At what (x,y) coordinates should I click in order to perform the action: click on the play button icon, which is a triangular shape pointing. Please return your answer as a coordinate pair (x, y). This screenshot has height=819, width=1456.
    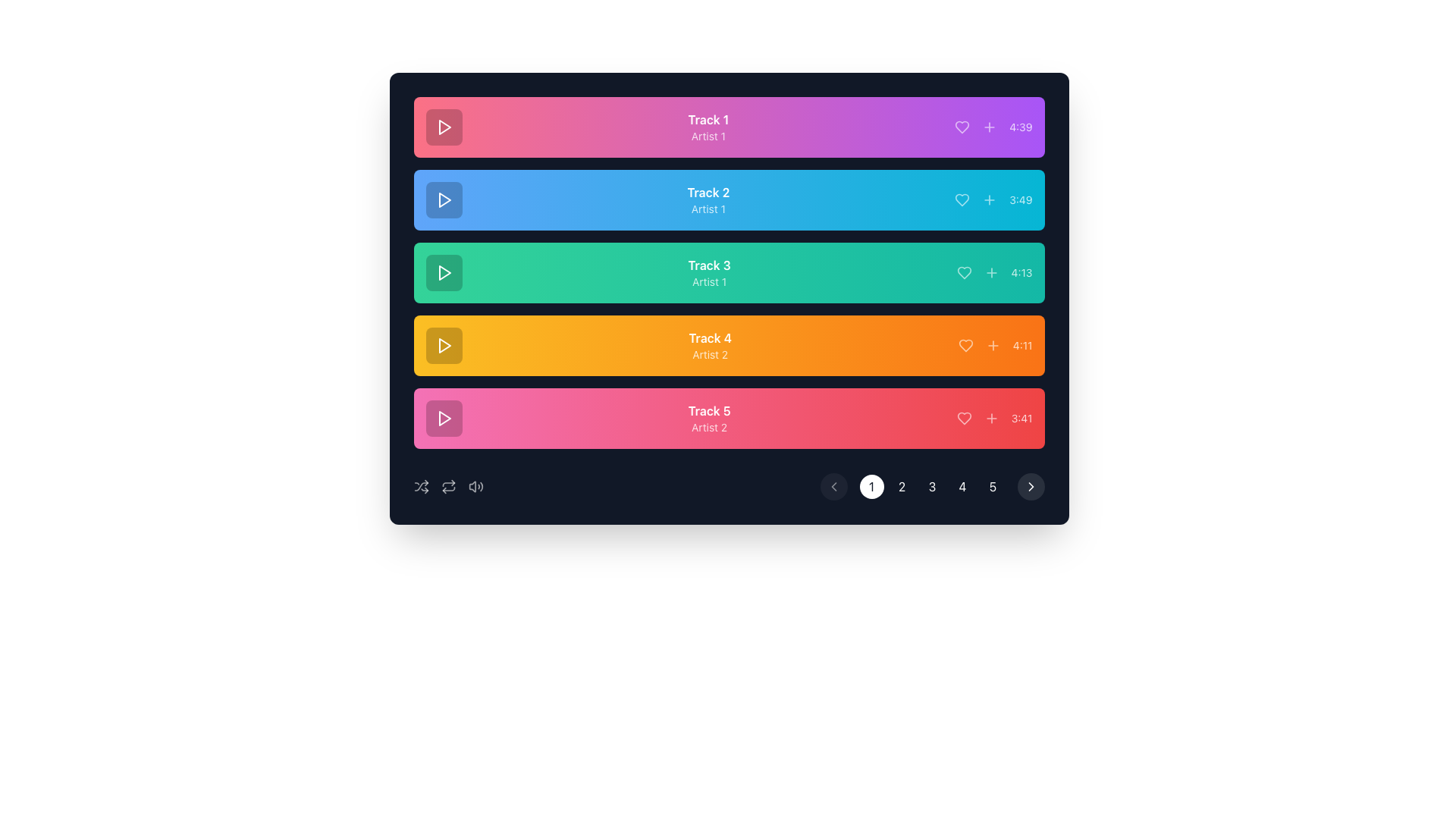
    Looking at the image, I should click on (443, 127).